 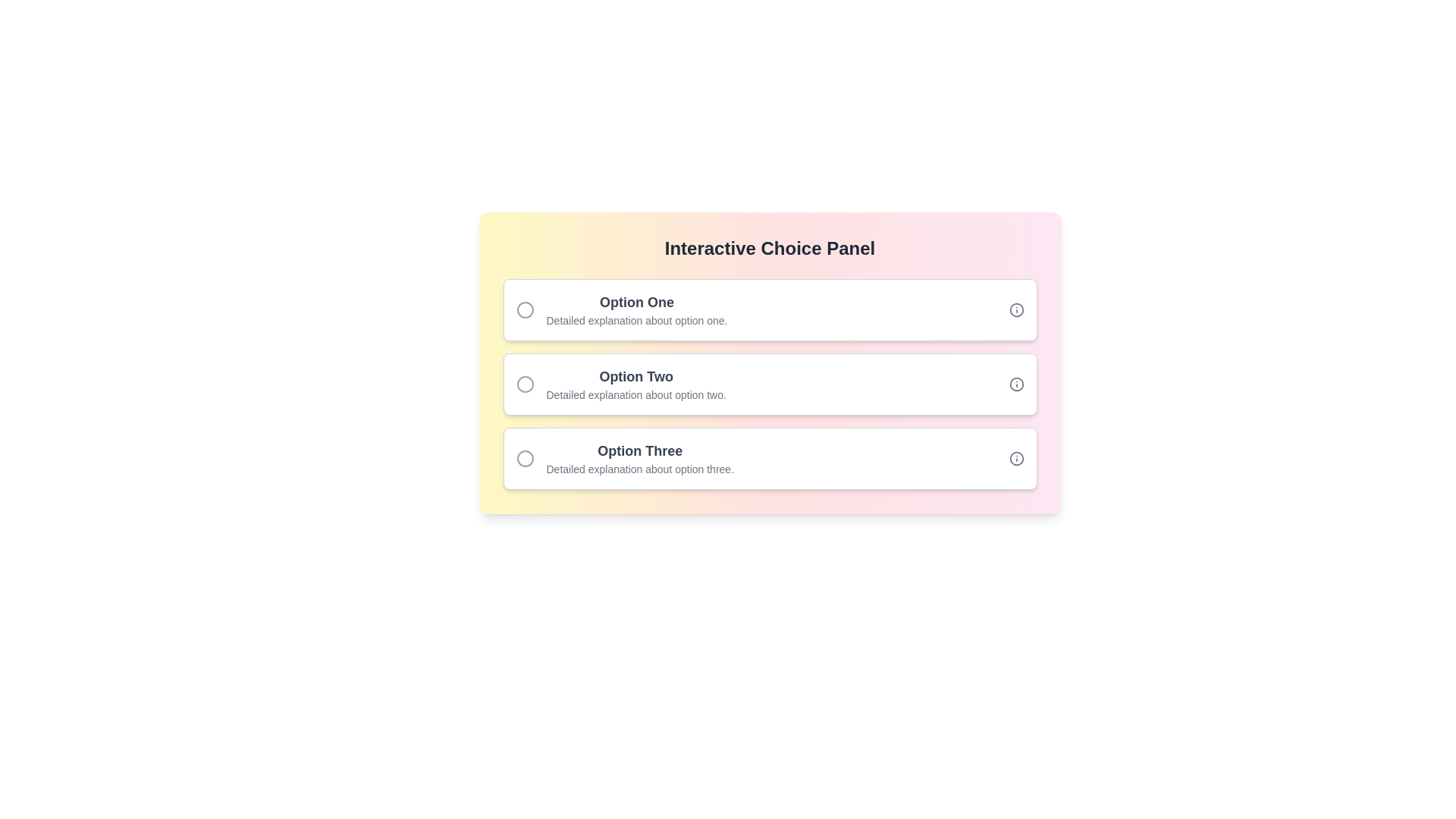 What do you see at coordinates (770, 362) in the screenshot?
I see `'Option One', 'Option Two', or 'Option Three' in the choice panel` at bounding box center [770, 362].